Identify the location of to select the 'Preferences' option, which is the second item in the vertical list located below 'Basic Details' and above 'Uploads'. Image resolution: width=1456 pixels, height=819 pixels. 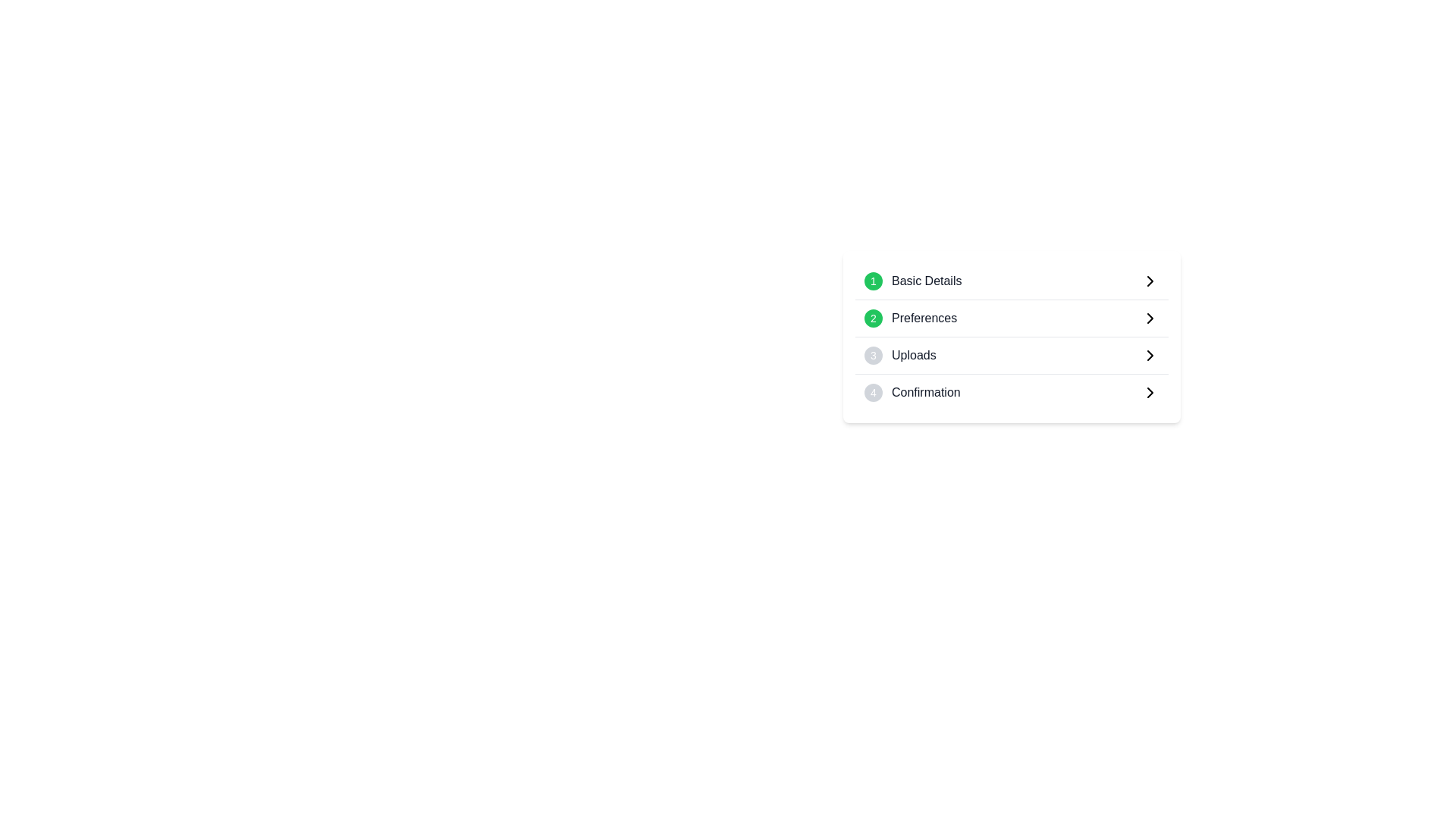
(1012, 318).